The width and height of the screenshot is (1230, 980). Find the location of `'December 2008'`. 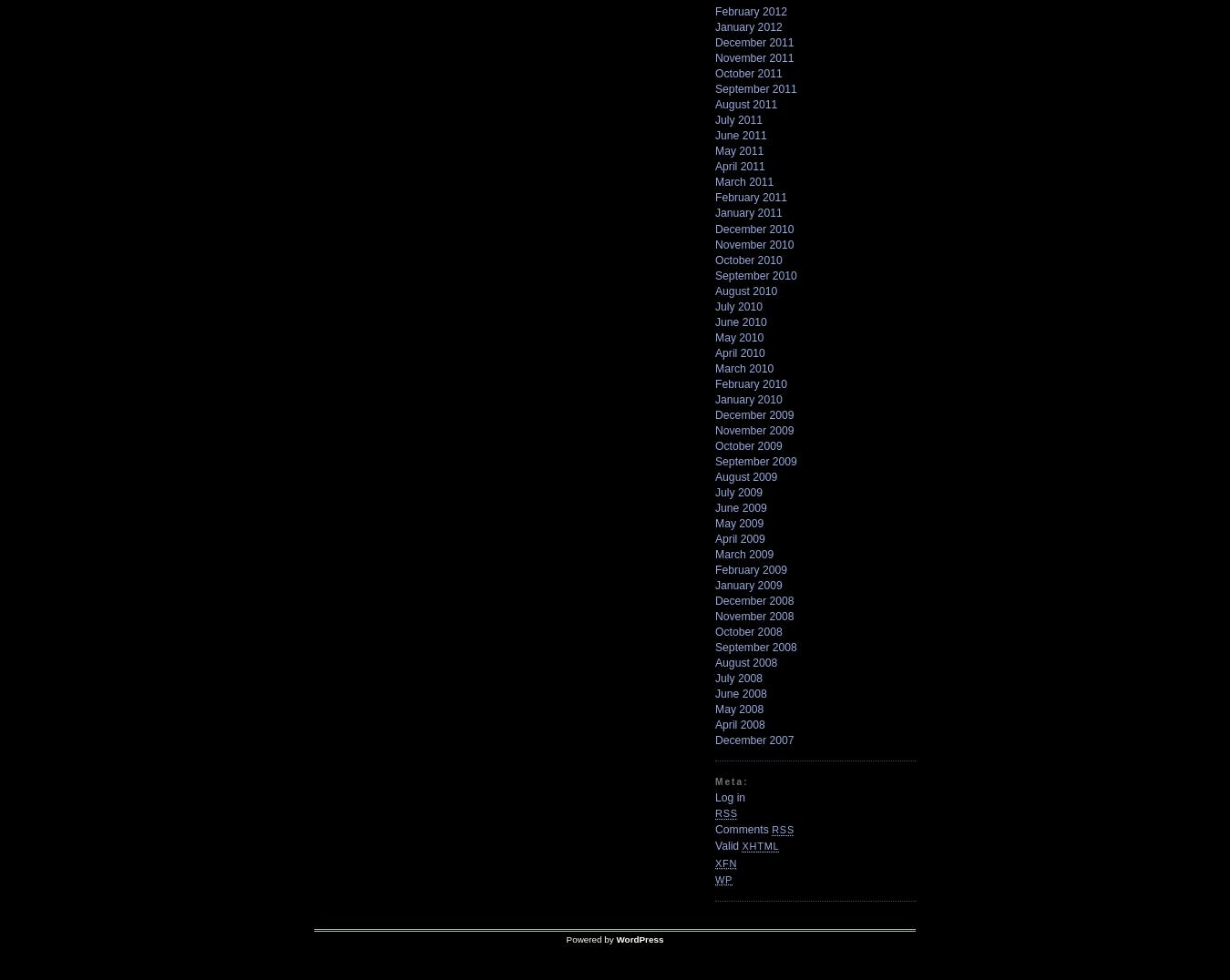

'December 2008' is located at coordinates (753, 599).